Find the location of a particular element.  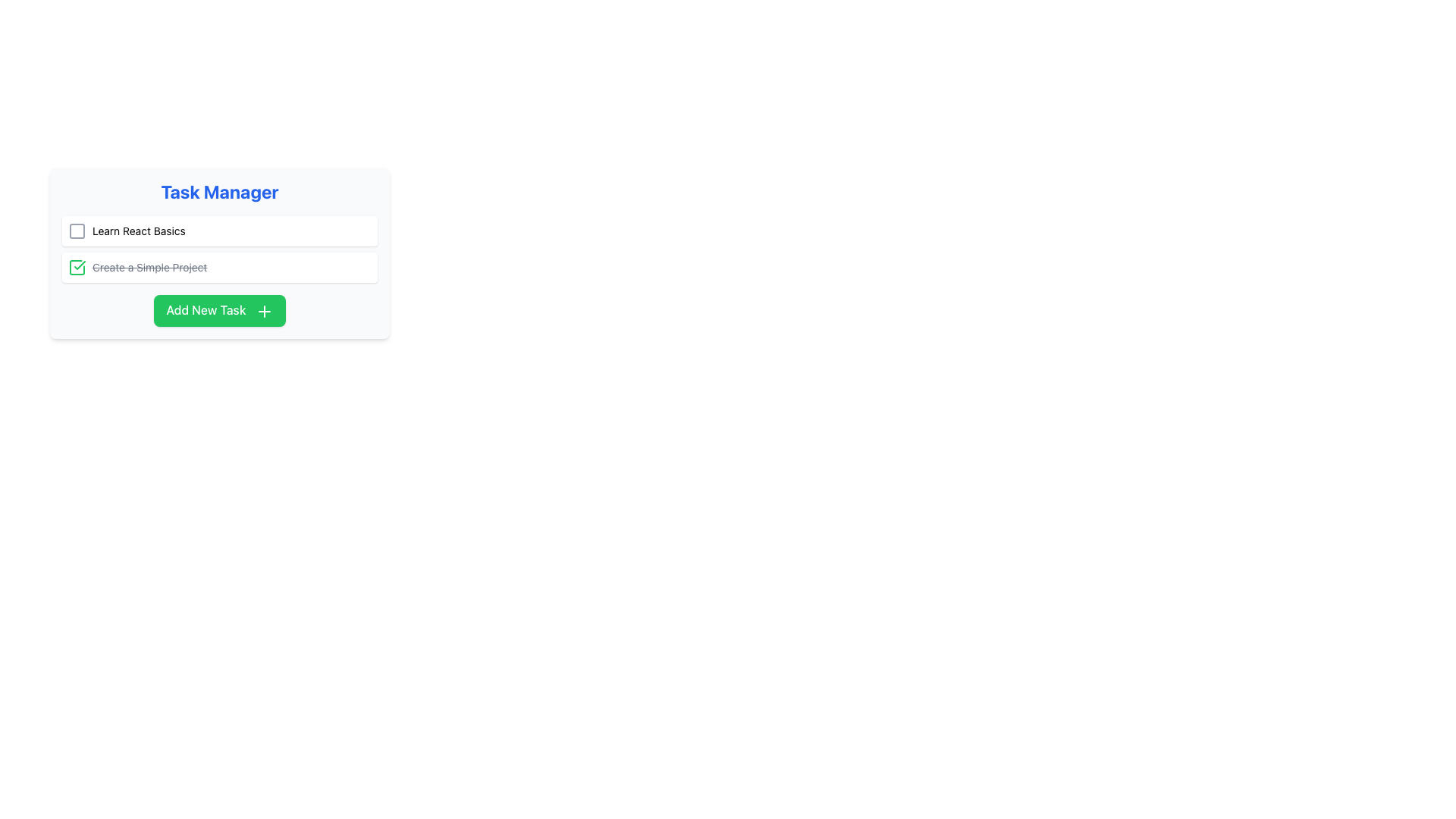

the green checkmark icon indicating the confirmed status of the task 'Create a Simple Project' in the task list interface is located at coordinates (79, 265).